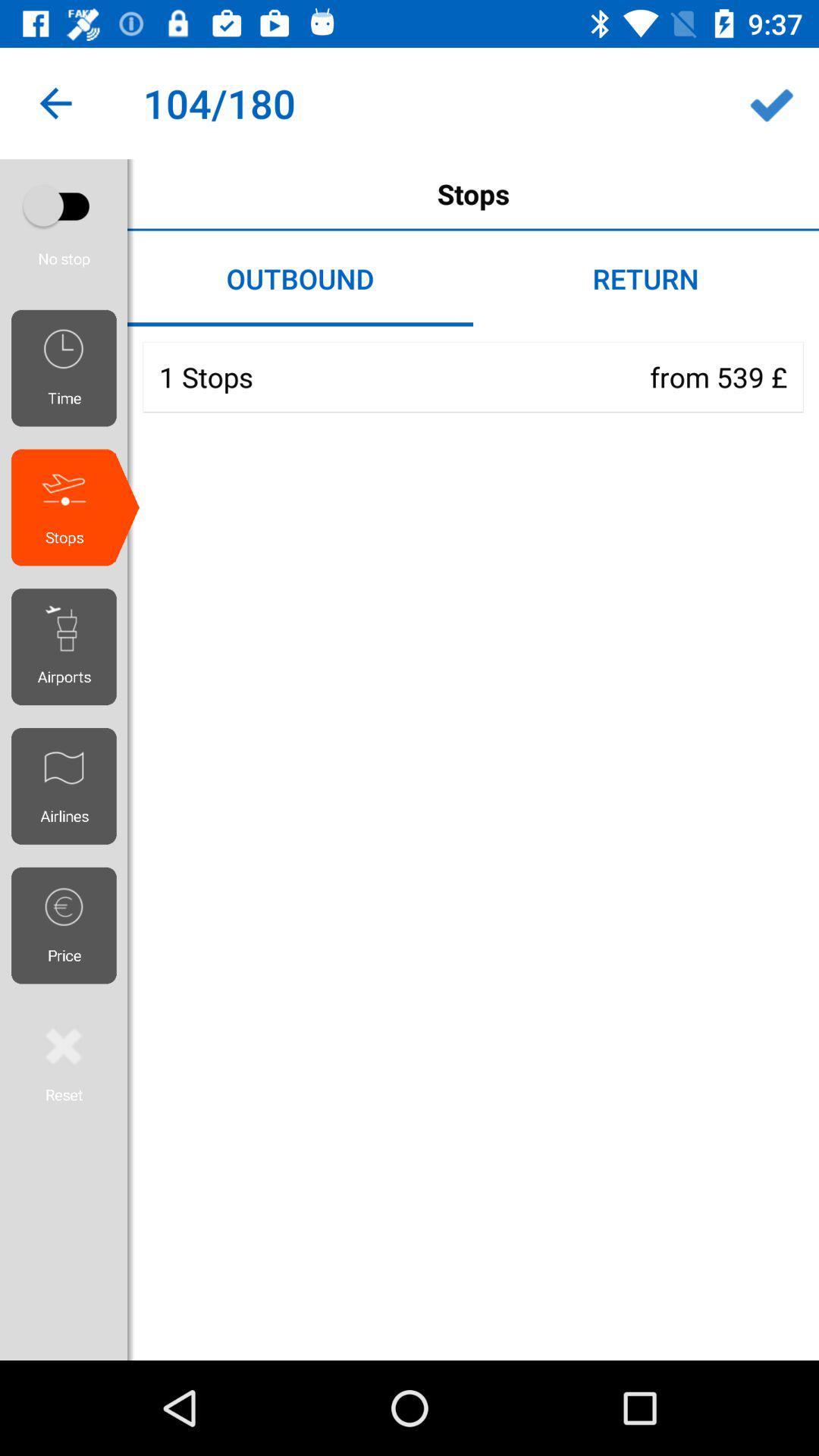  Describe the element at coordinates (63, 205) in the screenshot. I see `on/off` at that location.